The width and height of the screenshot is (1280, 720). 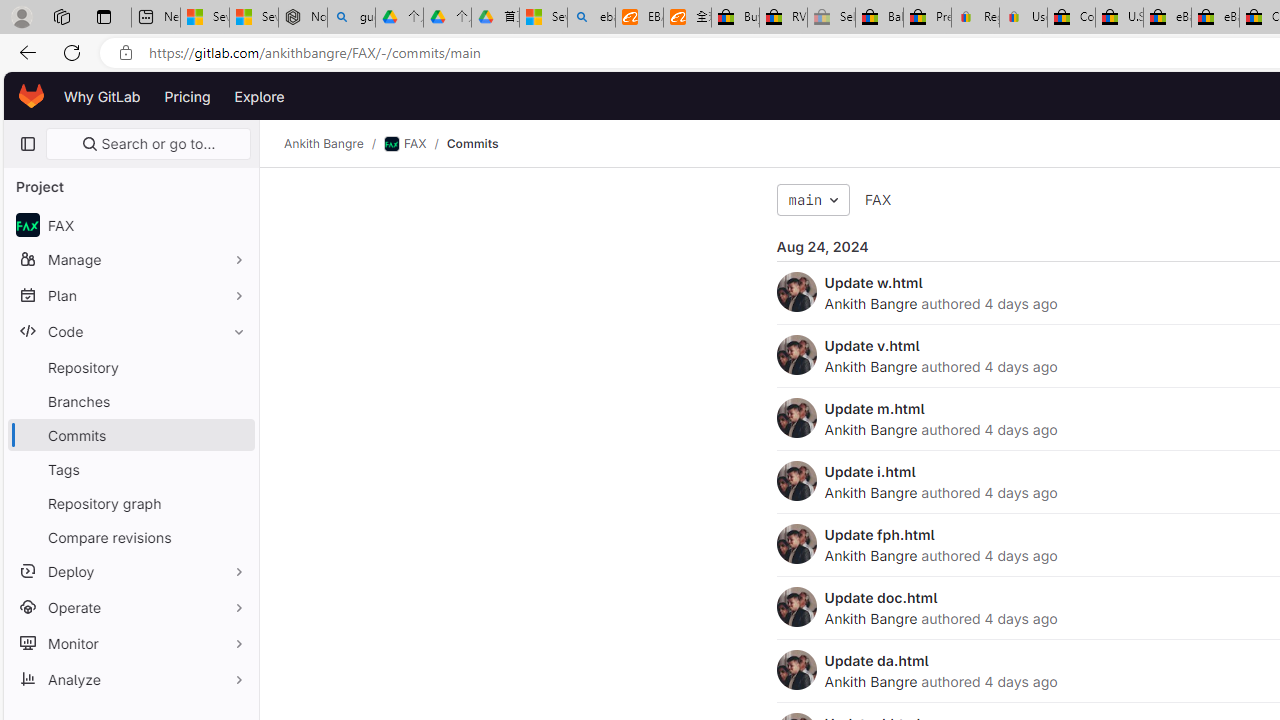 I want to click on 'Update w.html', so click(x=873, y=282).